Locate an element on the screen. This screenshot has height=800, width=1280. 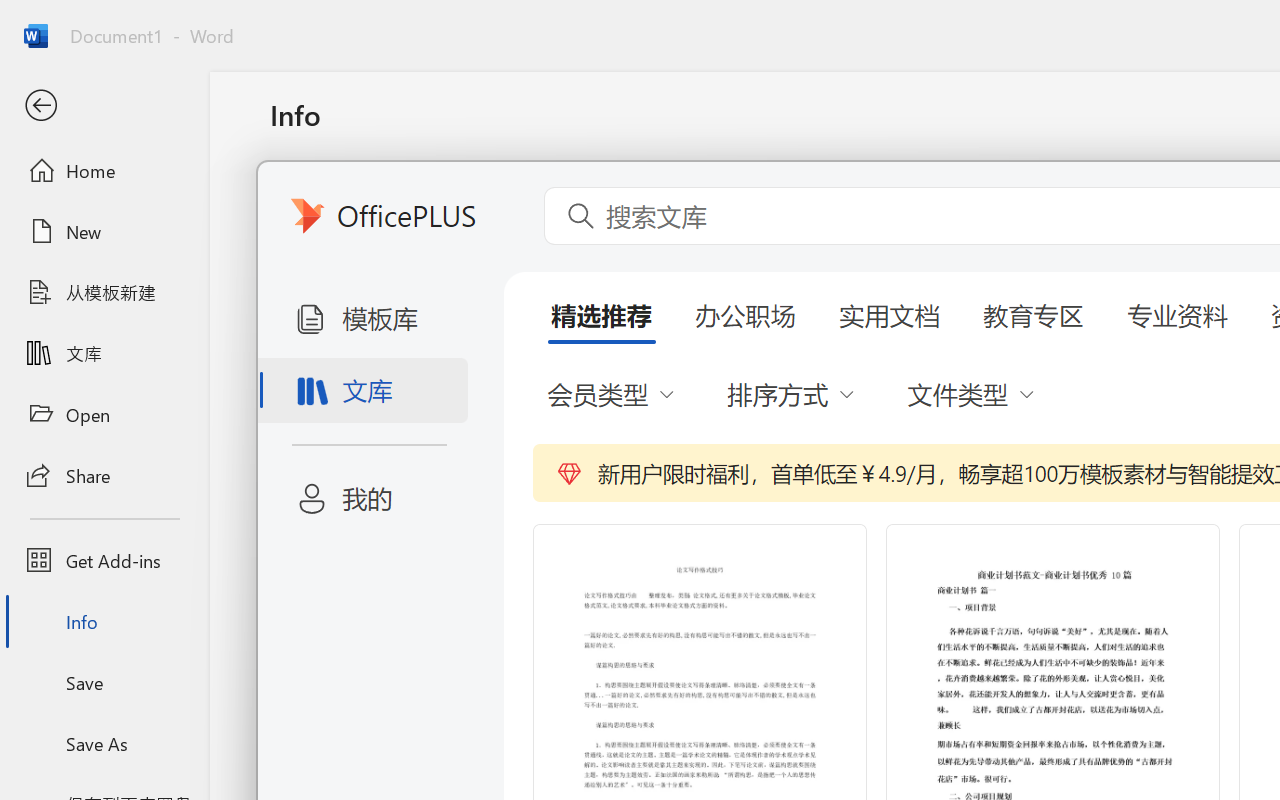
'New' is located at coordinates (103, 231).